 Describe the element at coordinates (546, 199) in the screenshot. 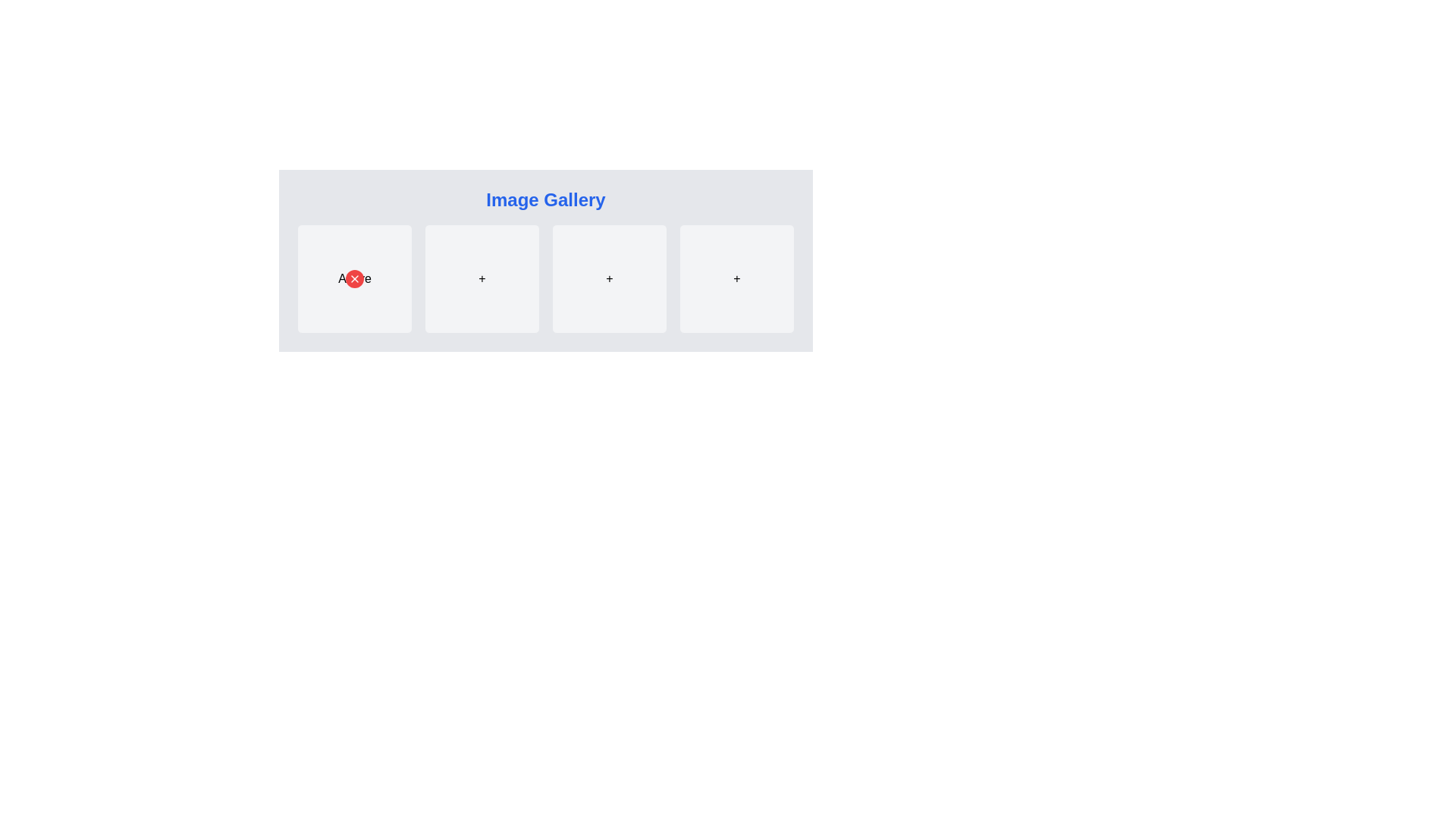

I see `Text Label that serves as a title or header above the clickable grid layout, providing contextual information to the user` at that location.